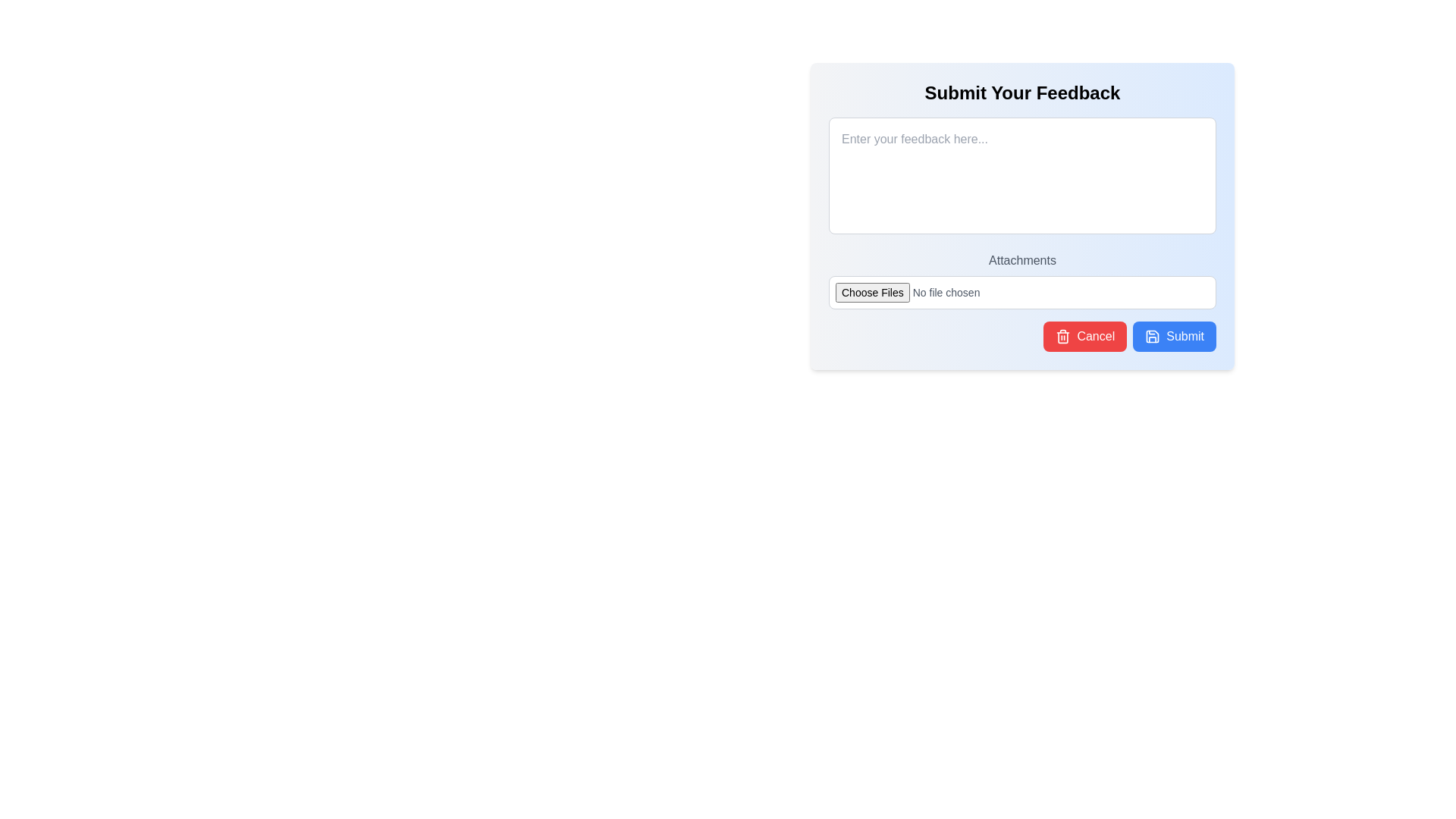  Describe the element at coordinates (1153, 335) in the screenshot. I see `the blue 'Submit' button located in the bottom-right corner of the form, which contains an icon to enhance visual communication for submission` at that location.